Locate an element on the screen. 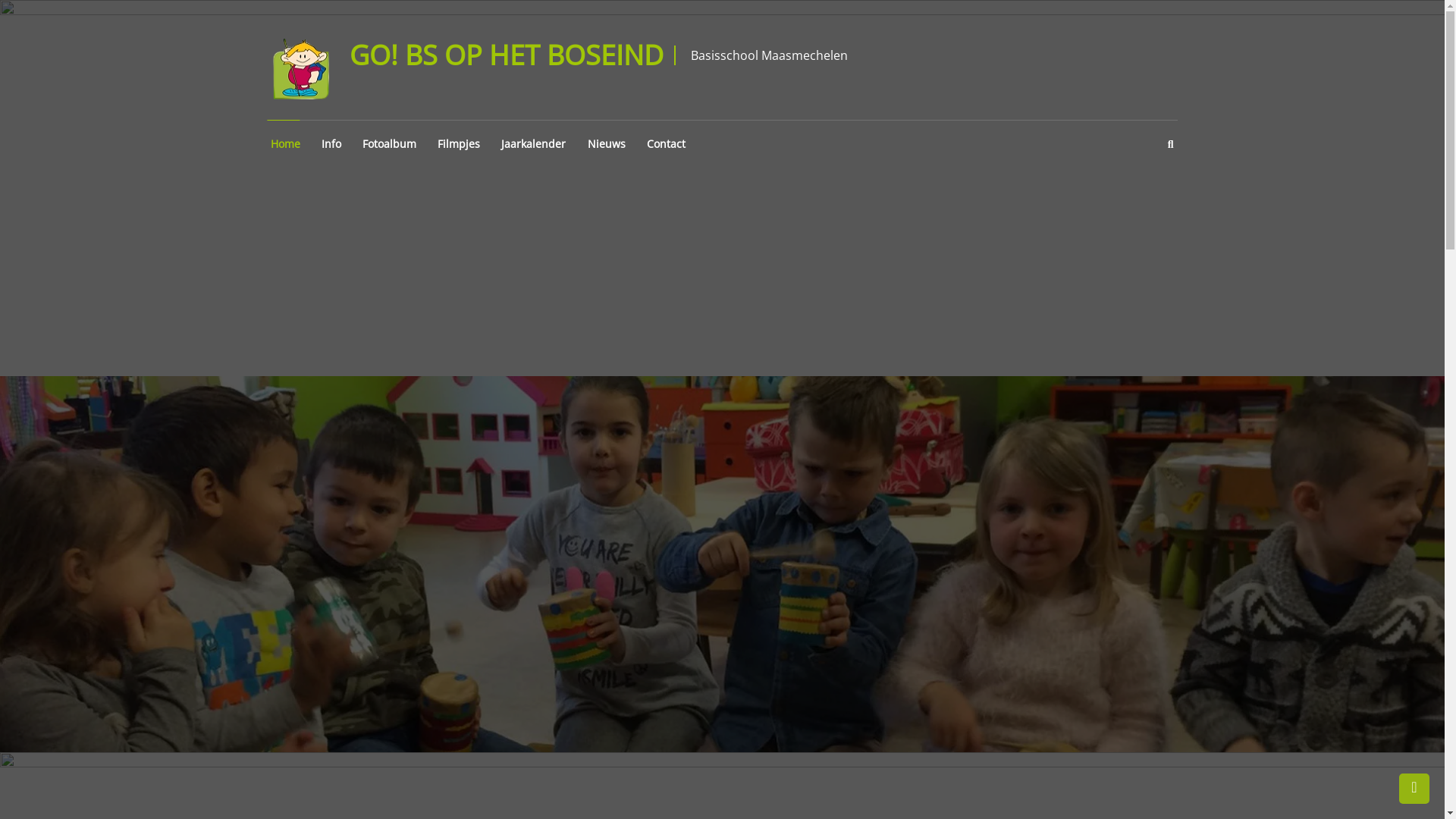 Image resolution: width=1456 pixels, height=819 pixels. 'Fotoalbum' is located at coordinates (388, 143).